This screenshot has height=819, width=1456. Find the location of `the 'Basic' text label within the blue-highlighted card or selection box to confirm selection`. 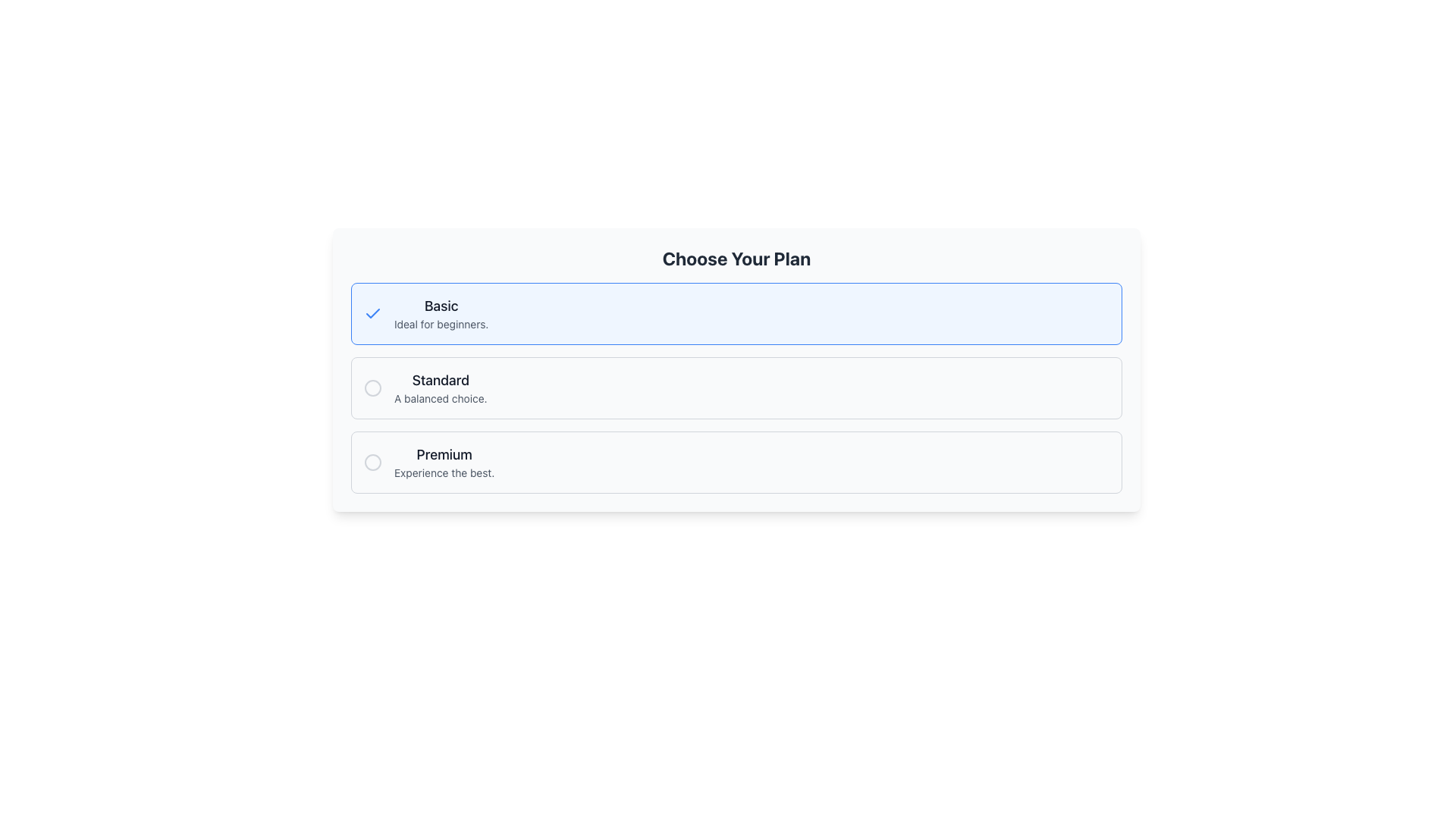

the 'Basic' text label within the blue-highlighted card or selection box to confirm selection is located at coordinates (441, 312).